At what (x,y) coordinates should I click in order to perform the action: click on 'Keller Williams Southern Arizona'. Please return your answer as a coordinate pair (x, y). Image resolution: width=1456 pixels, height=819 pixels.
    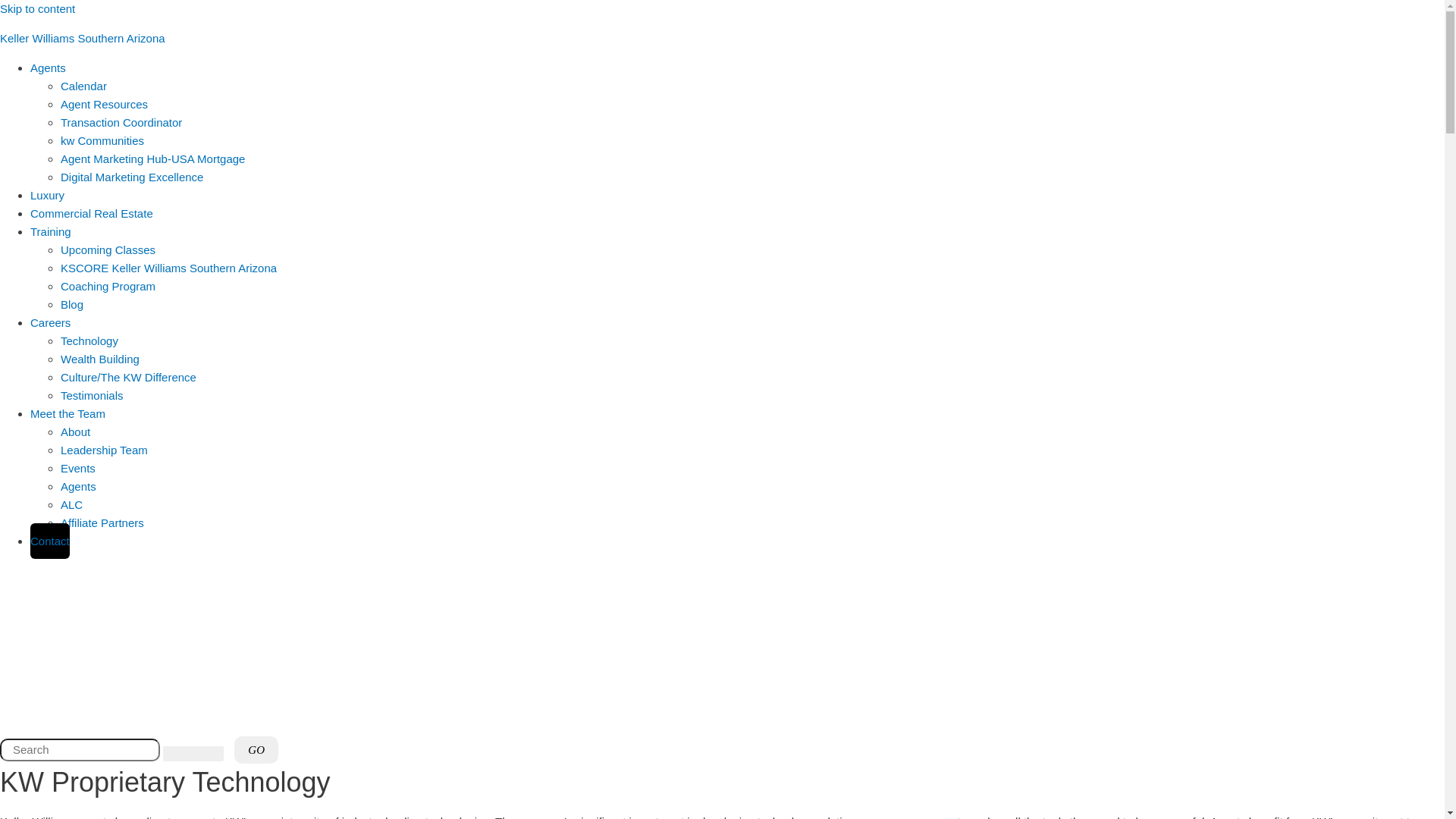
    Looking at the image, I should click on (82, 37).